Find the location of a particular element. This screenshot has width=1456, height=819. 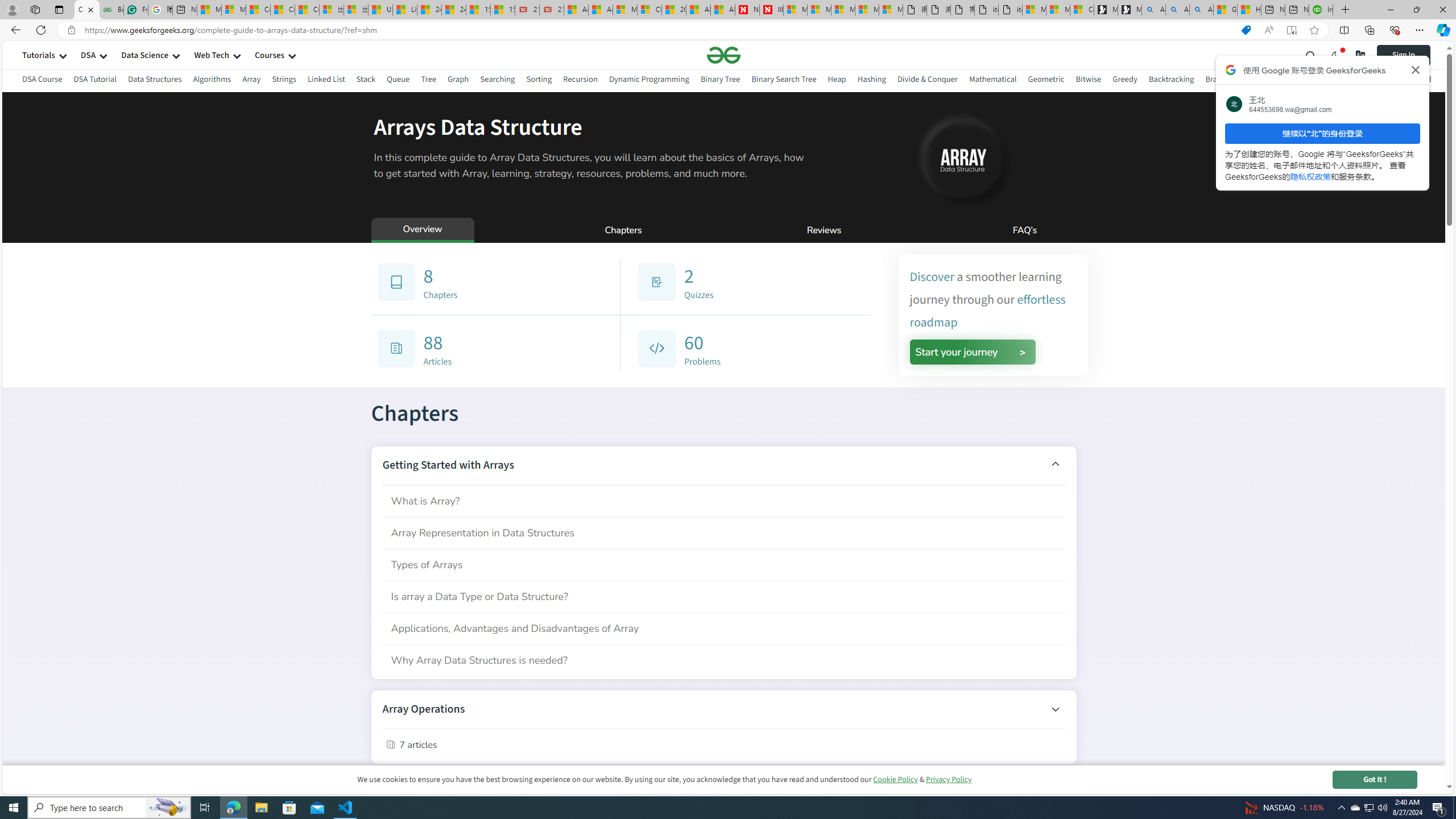

'Backtracking' is located at coordinates (1170, 80).